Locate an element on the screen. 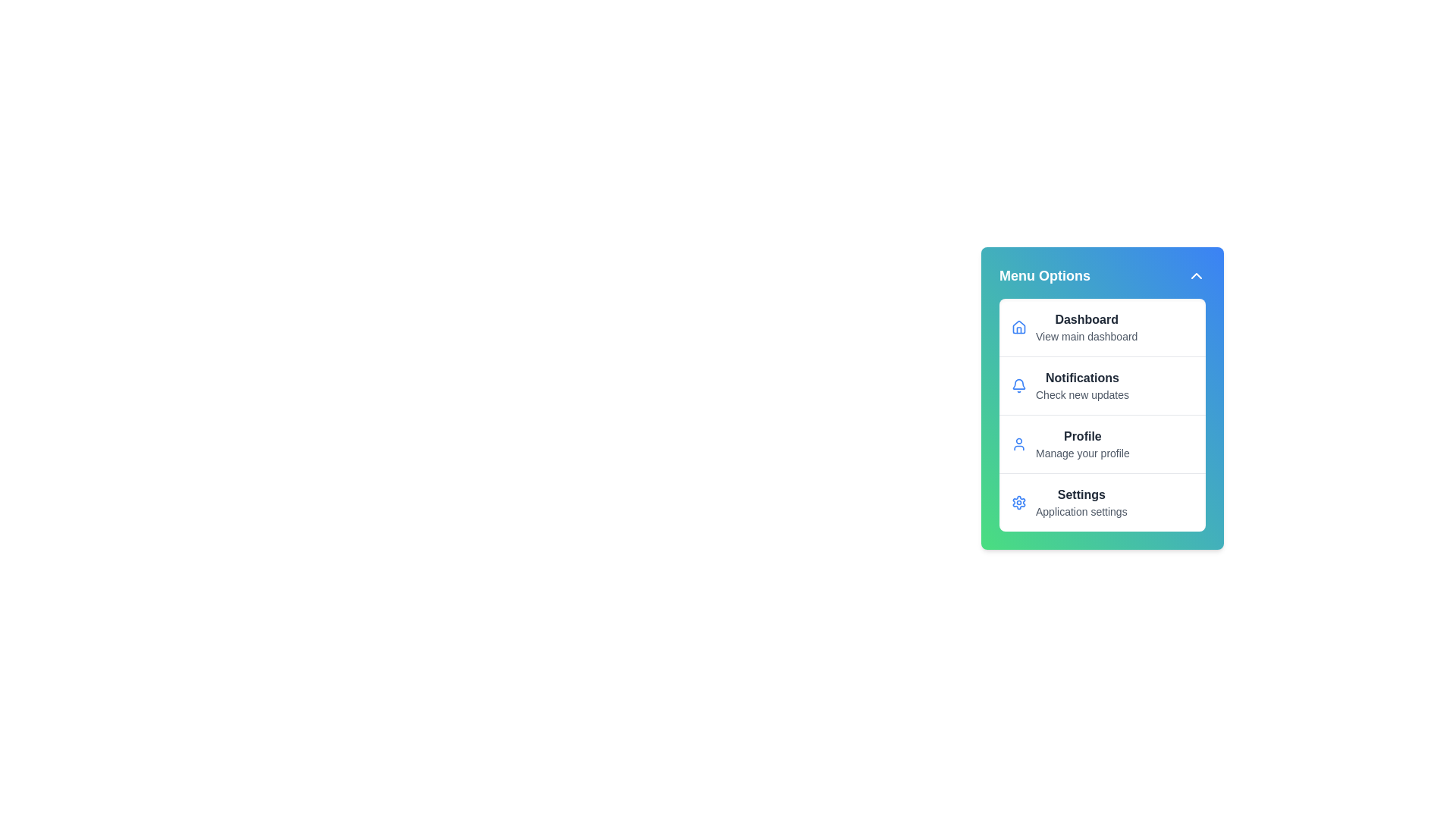  the menu item Dashboard is located at coordinates (1103, 327).